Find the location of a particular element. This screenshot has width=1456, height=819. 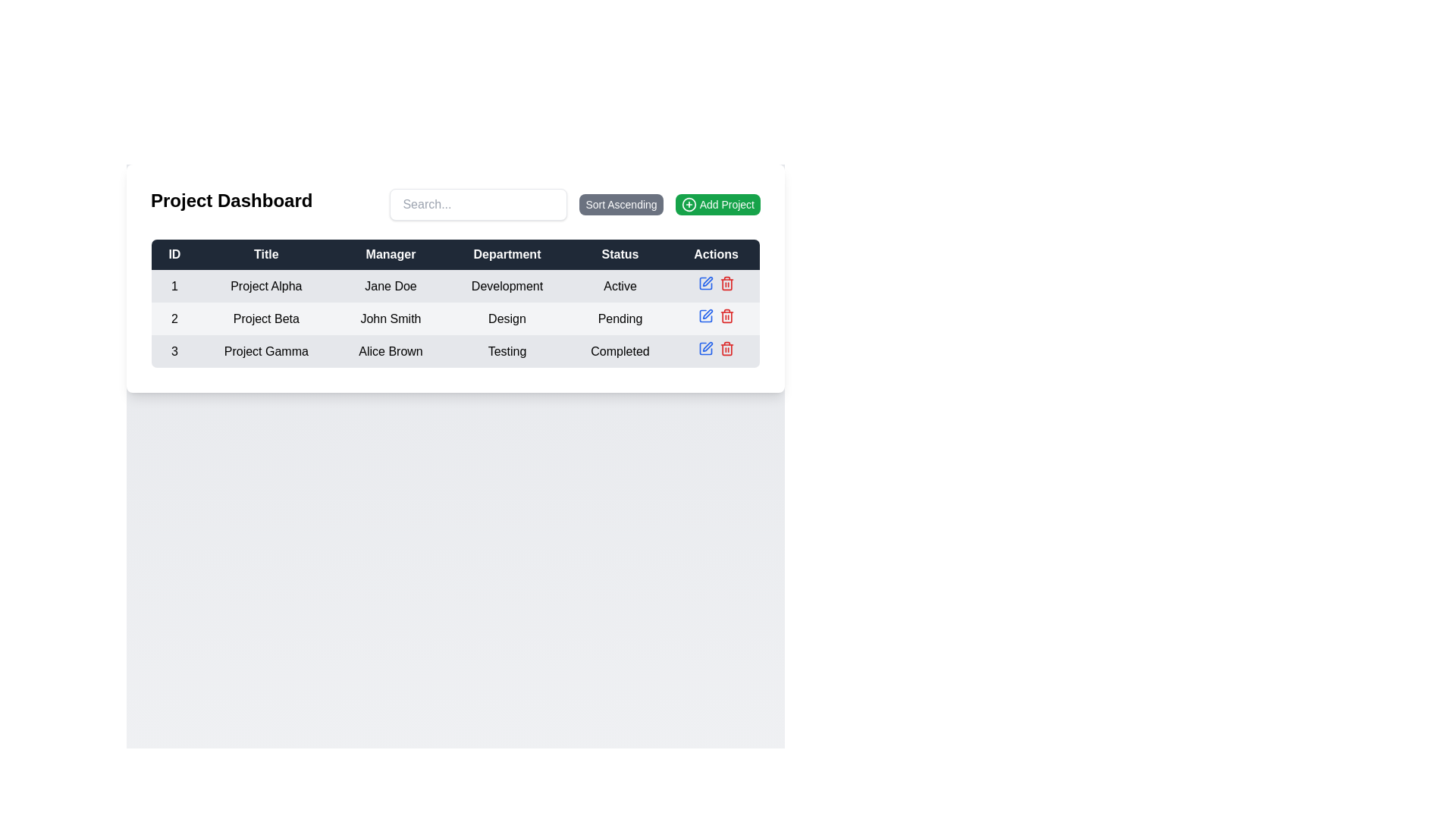

the first column header of the table, which indicates unique identifiers for table rows, positioned to the far-left of the header row is located at coordinates (174, 253).